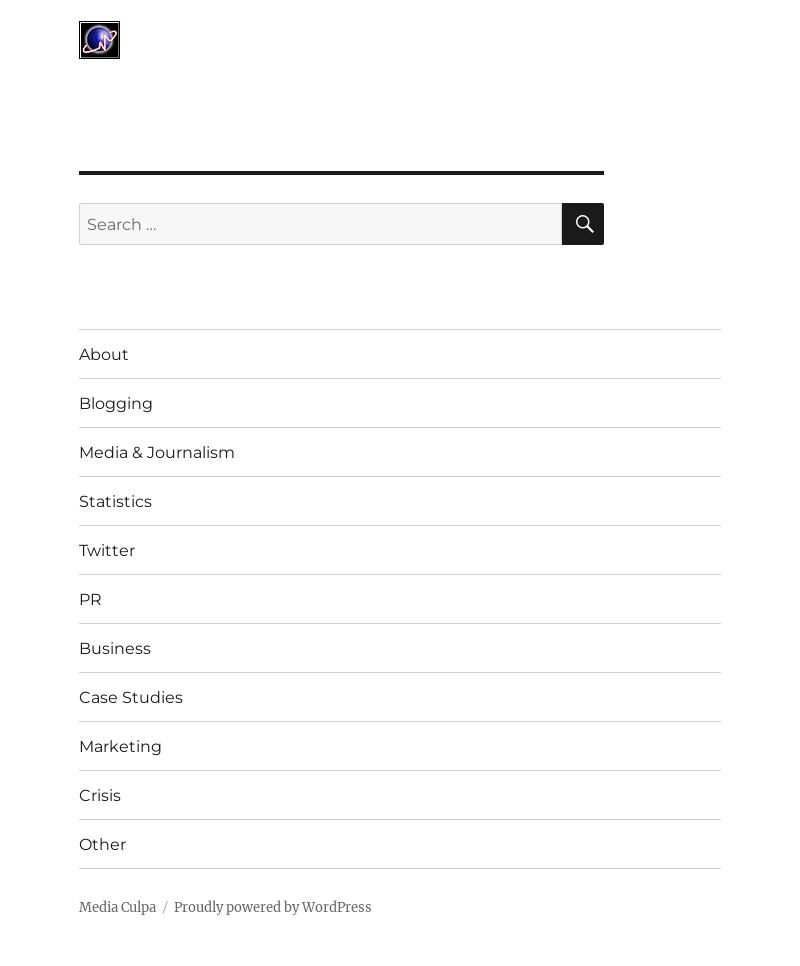  I want to click on 'Media Culpa', so click(79, 906).